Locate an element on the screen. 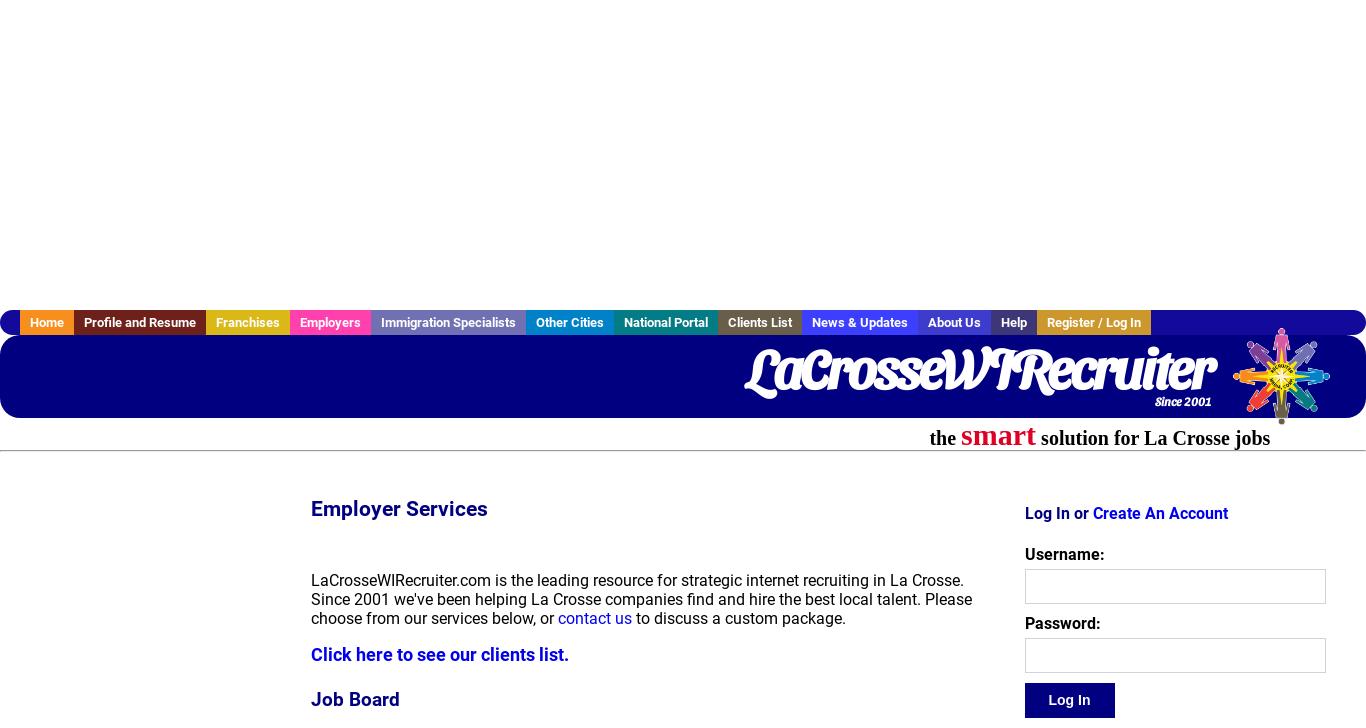 The height and width of the screenshot is (728, 1366). 'Since 2001' is located at coordinates (1182, 400).